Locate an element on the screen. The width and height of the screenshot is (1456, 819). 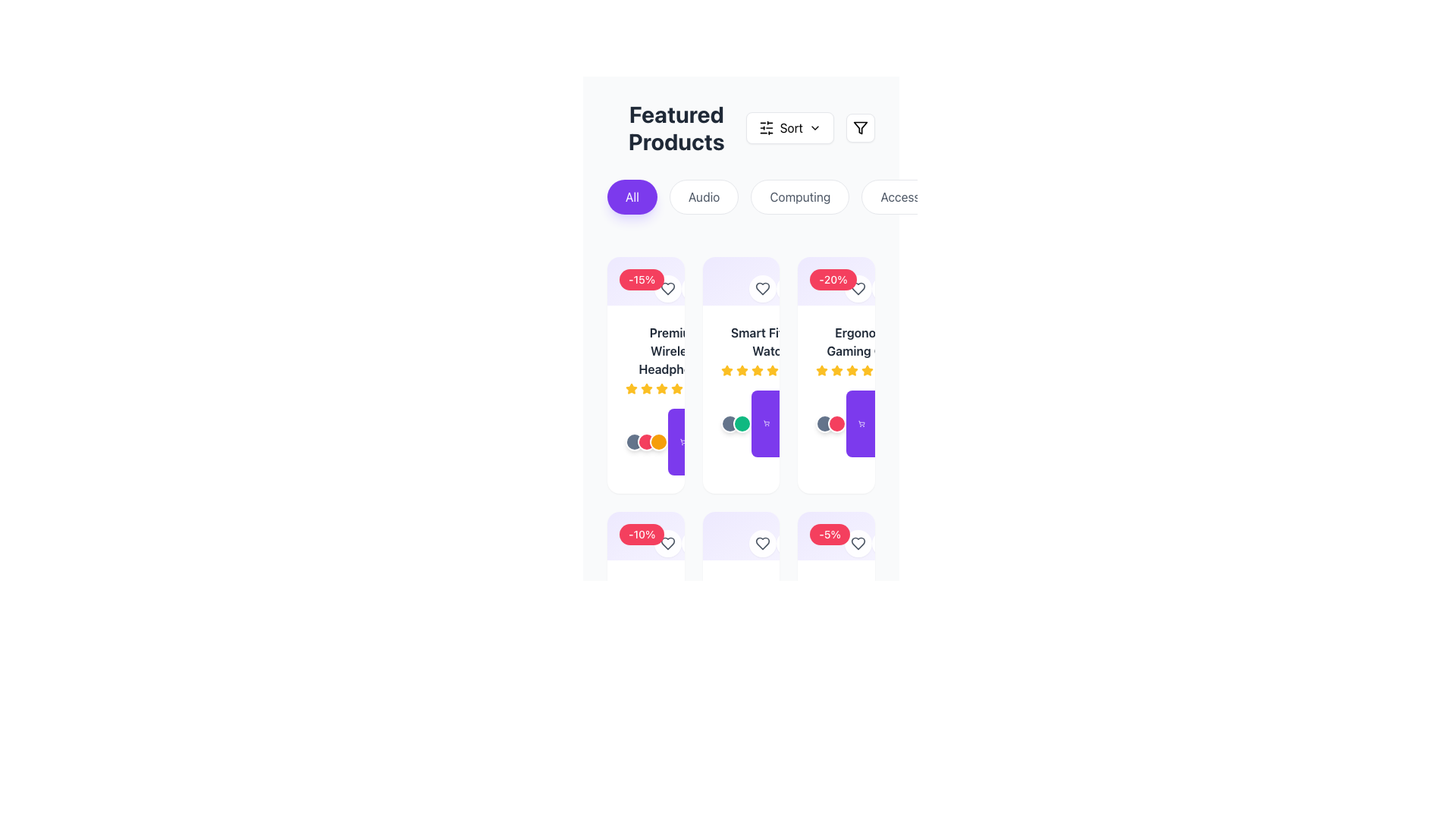
the leftmost button in the horizontal row of filtering options under 'Featured Products' is located at coordinates (632, 196).